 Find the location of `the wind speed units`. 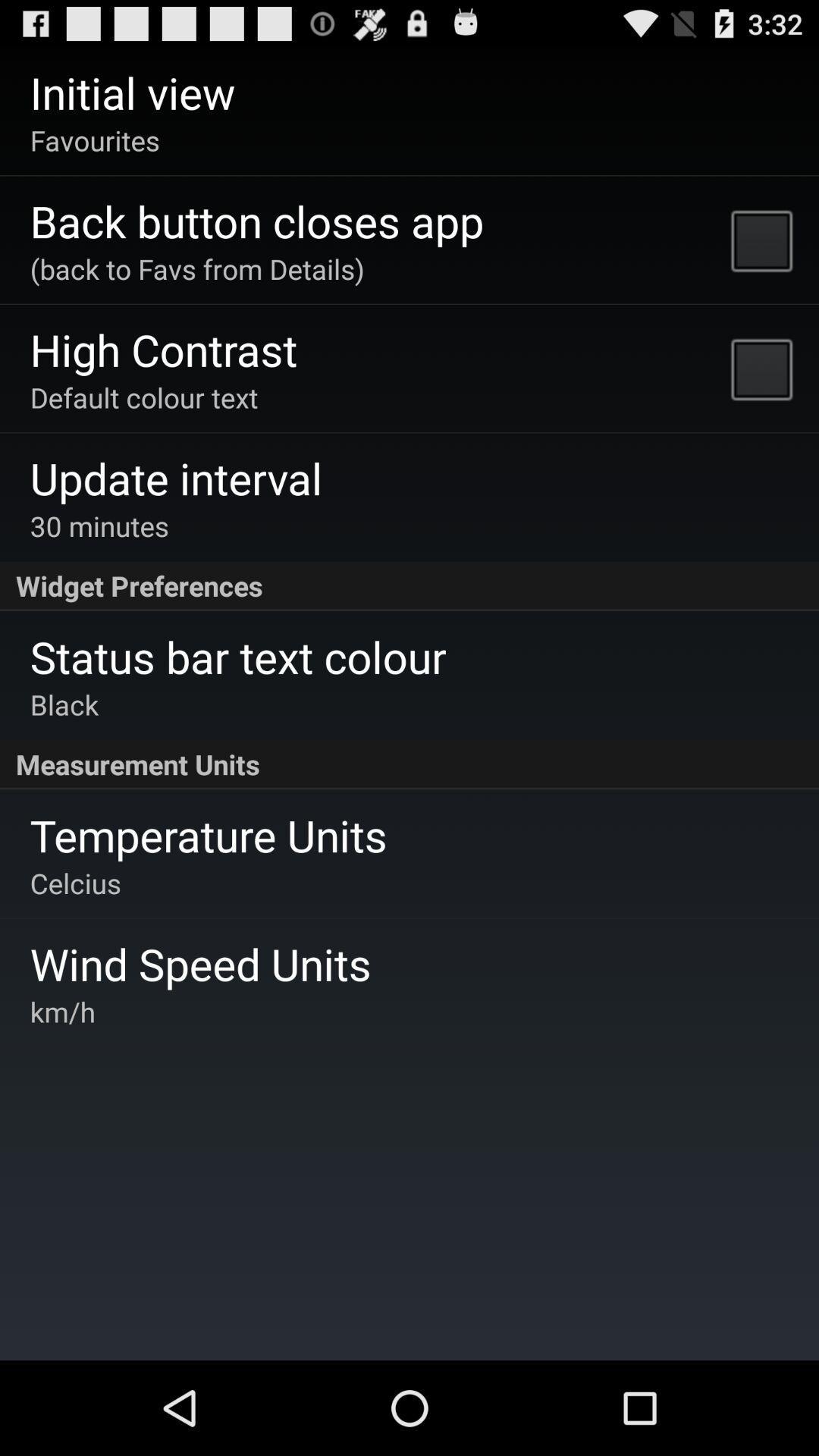

the wind speed units is located at coordinates (199, 962).